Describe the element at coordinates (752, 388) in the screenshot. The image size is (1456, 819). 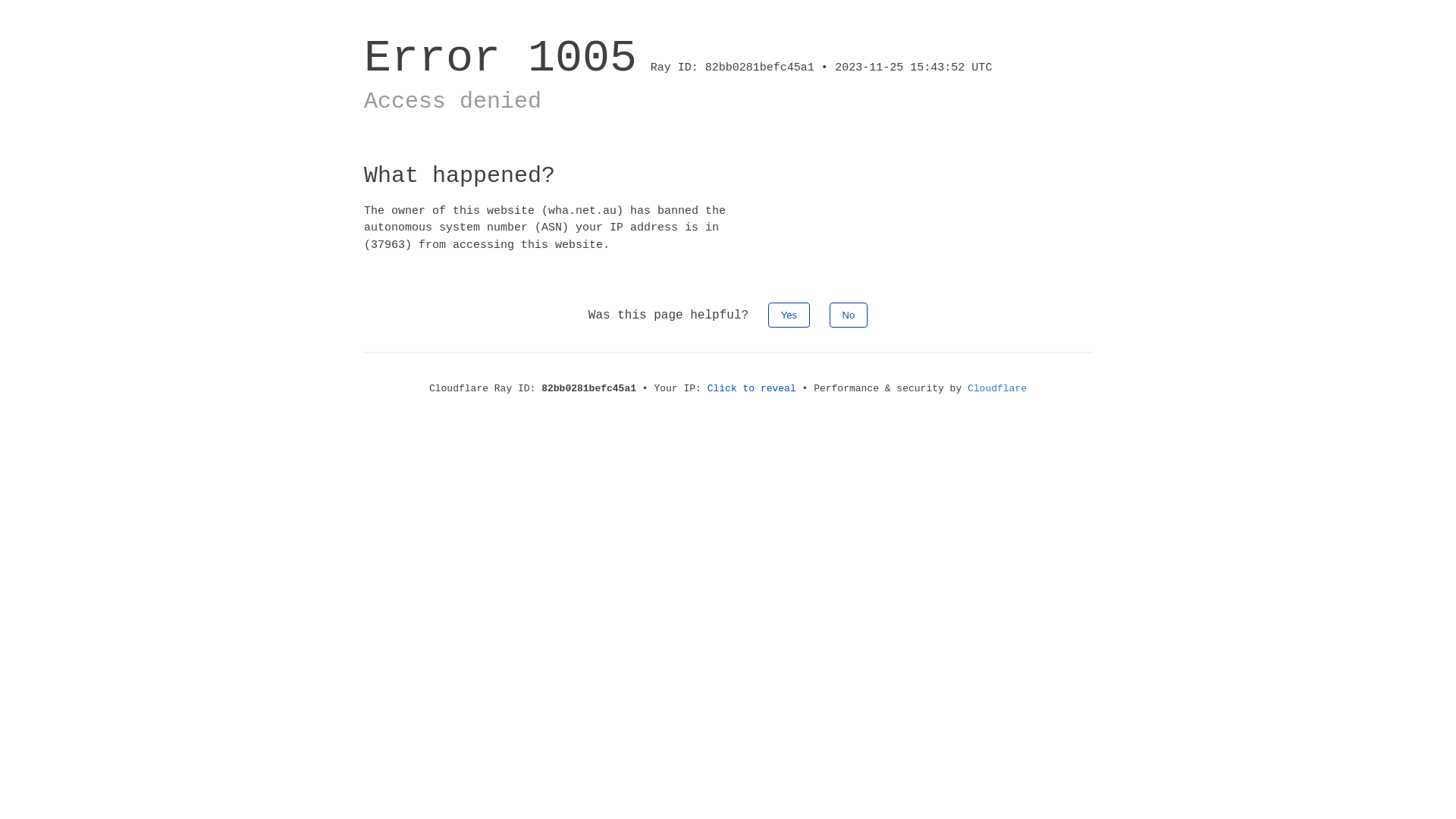
I see `'Click to reveal'` at that location.